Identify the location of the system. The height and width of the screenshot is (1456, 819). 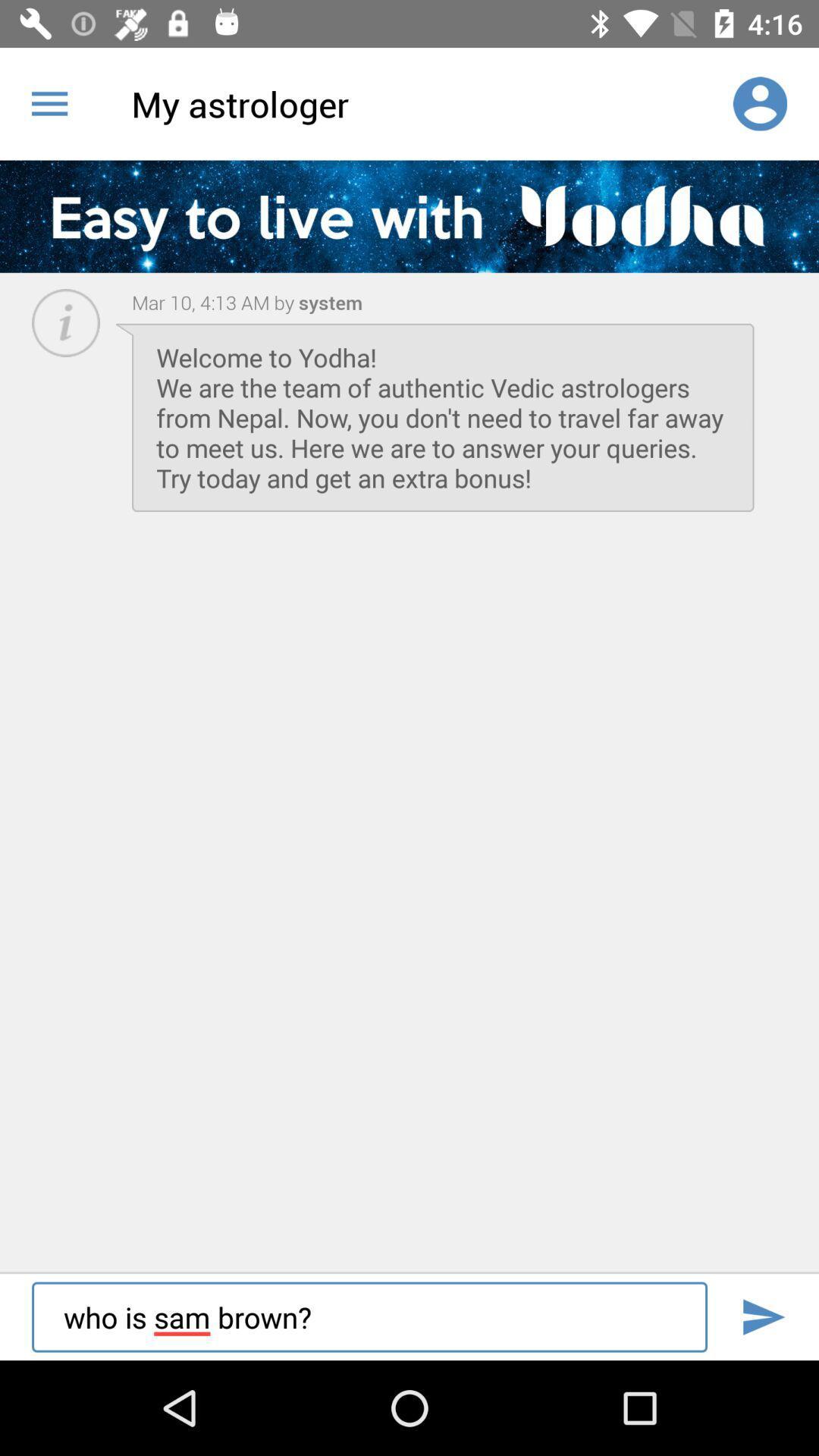
(328, 302).